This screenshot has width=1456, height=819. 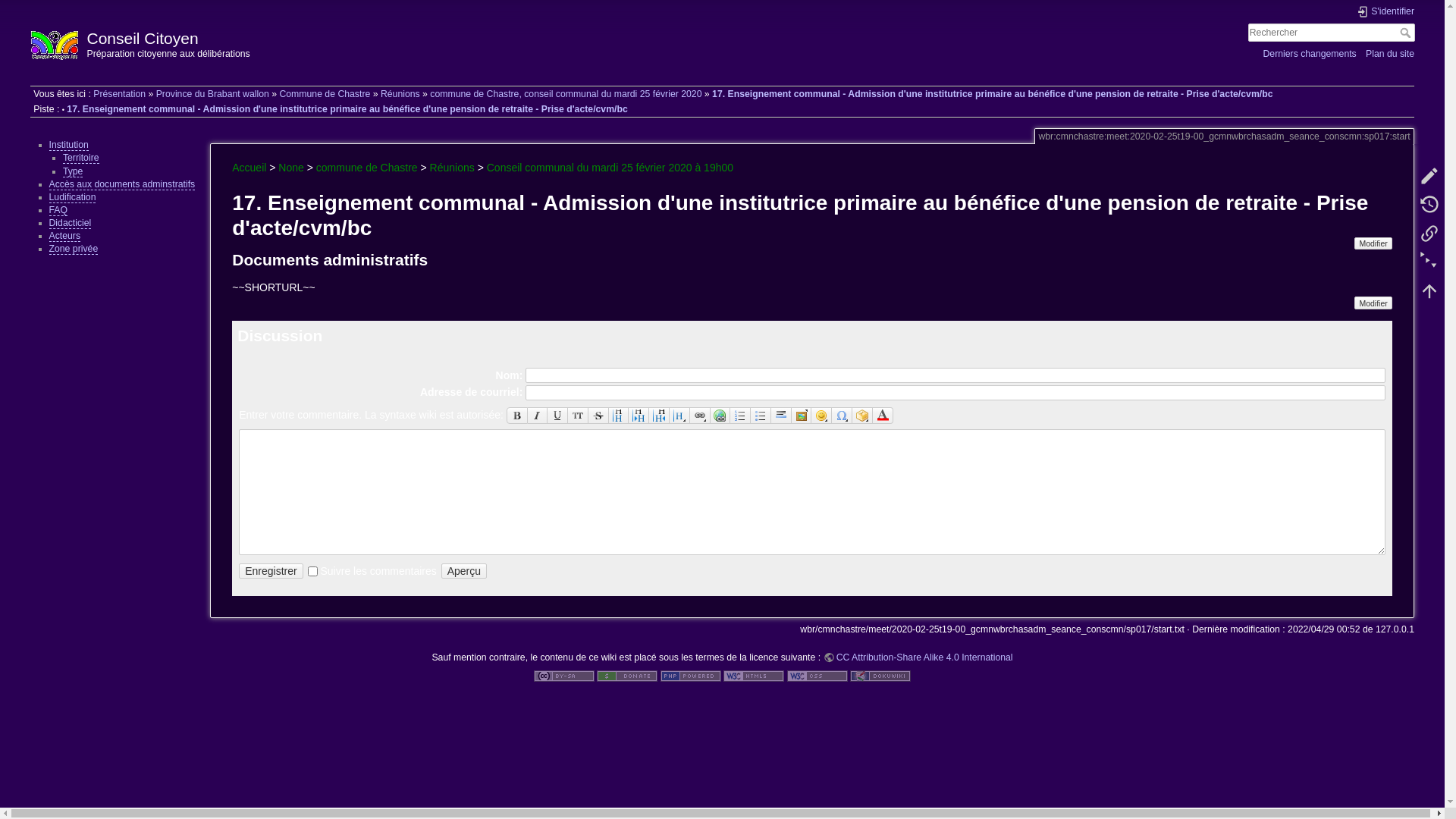 I want to click on 'CC Attribution-Share Alike 4.0 International', so click(x=917, y=657).